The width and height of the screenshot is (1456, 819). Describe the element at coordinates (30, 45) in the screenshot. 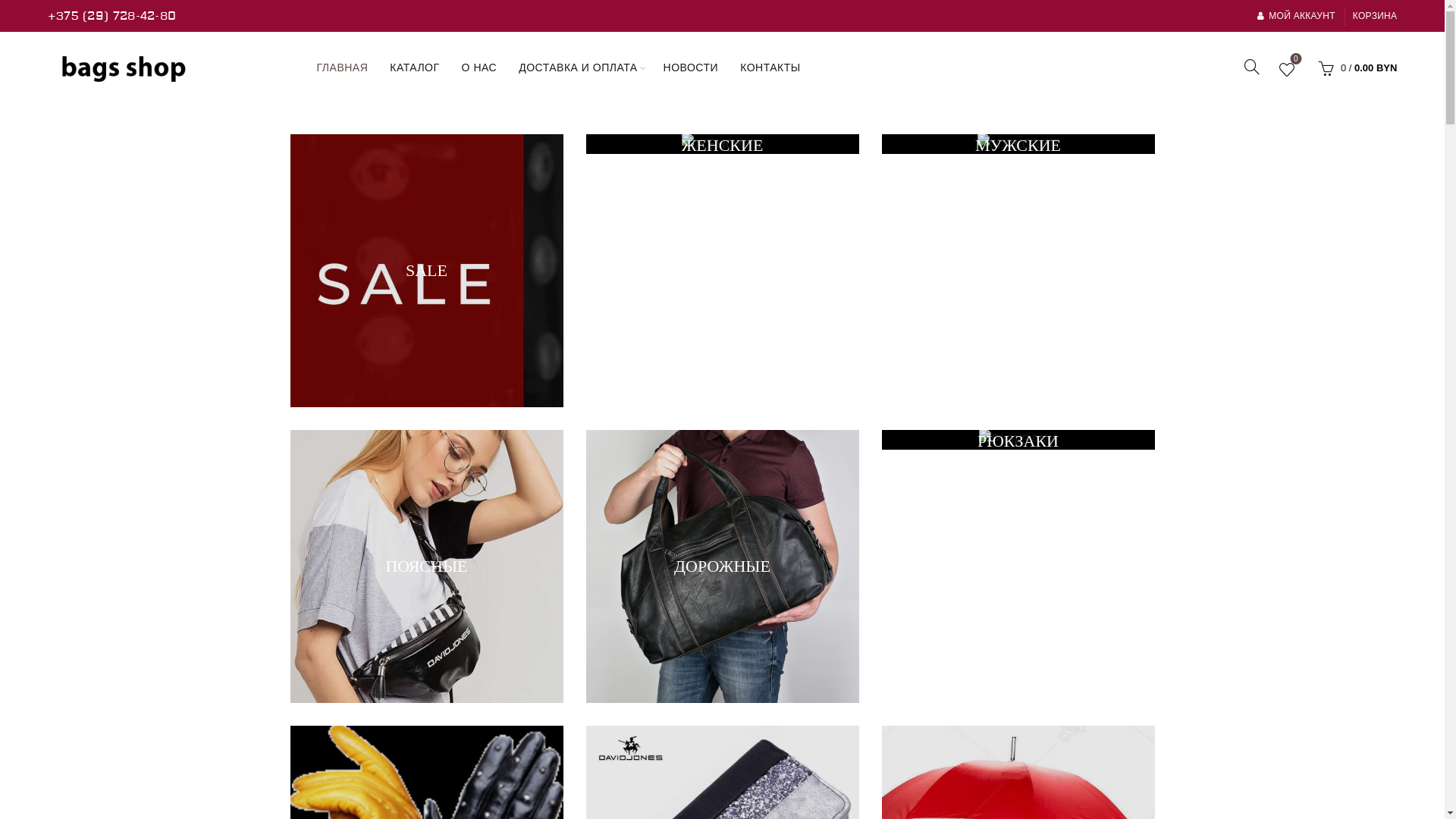

I see `'Search'` at that location.